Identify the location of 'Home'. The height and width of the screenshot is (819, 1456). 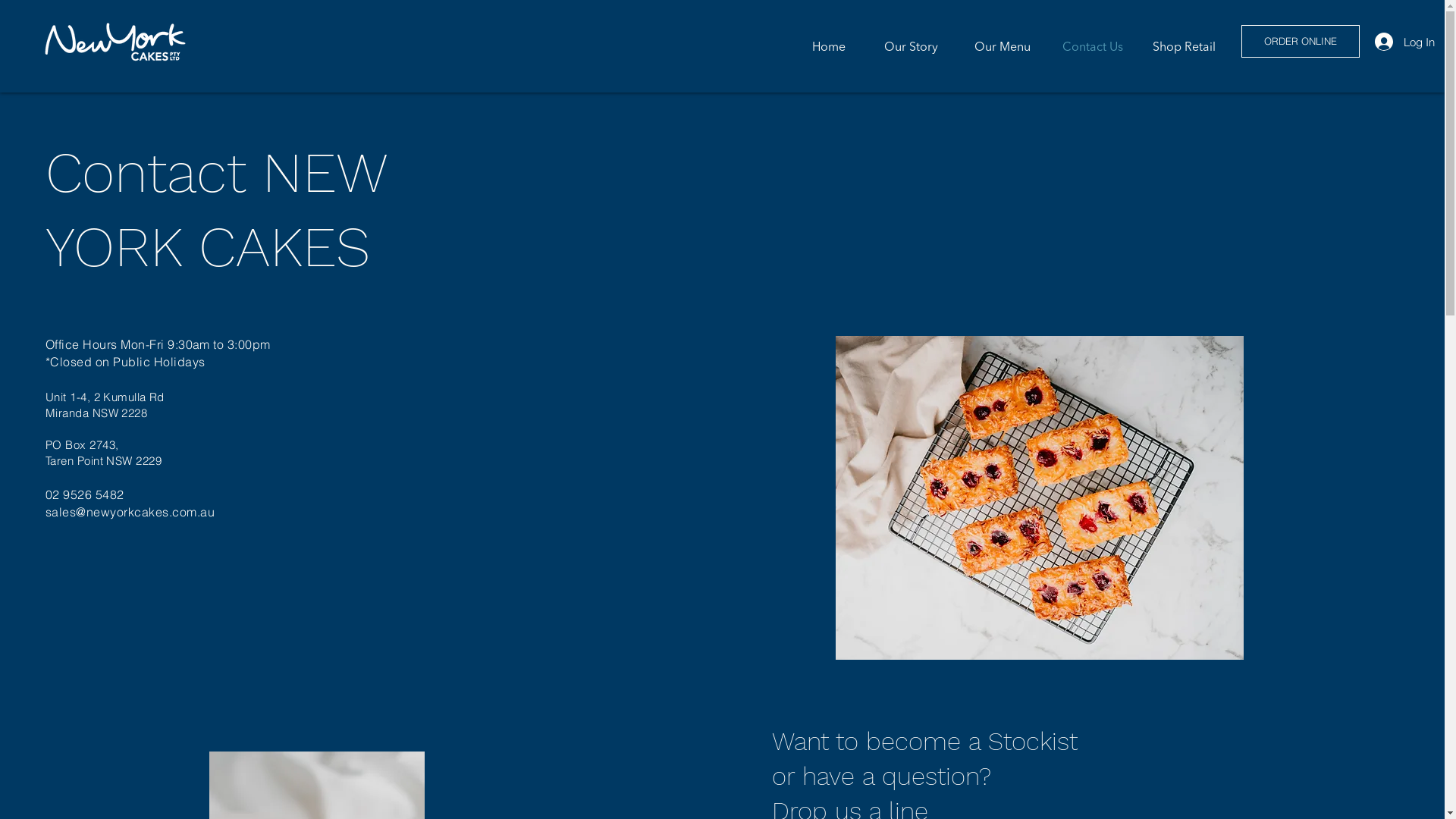
(809, 45).